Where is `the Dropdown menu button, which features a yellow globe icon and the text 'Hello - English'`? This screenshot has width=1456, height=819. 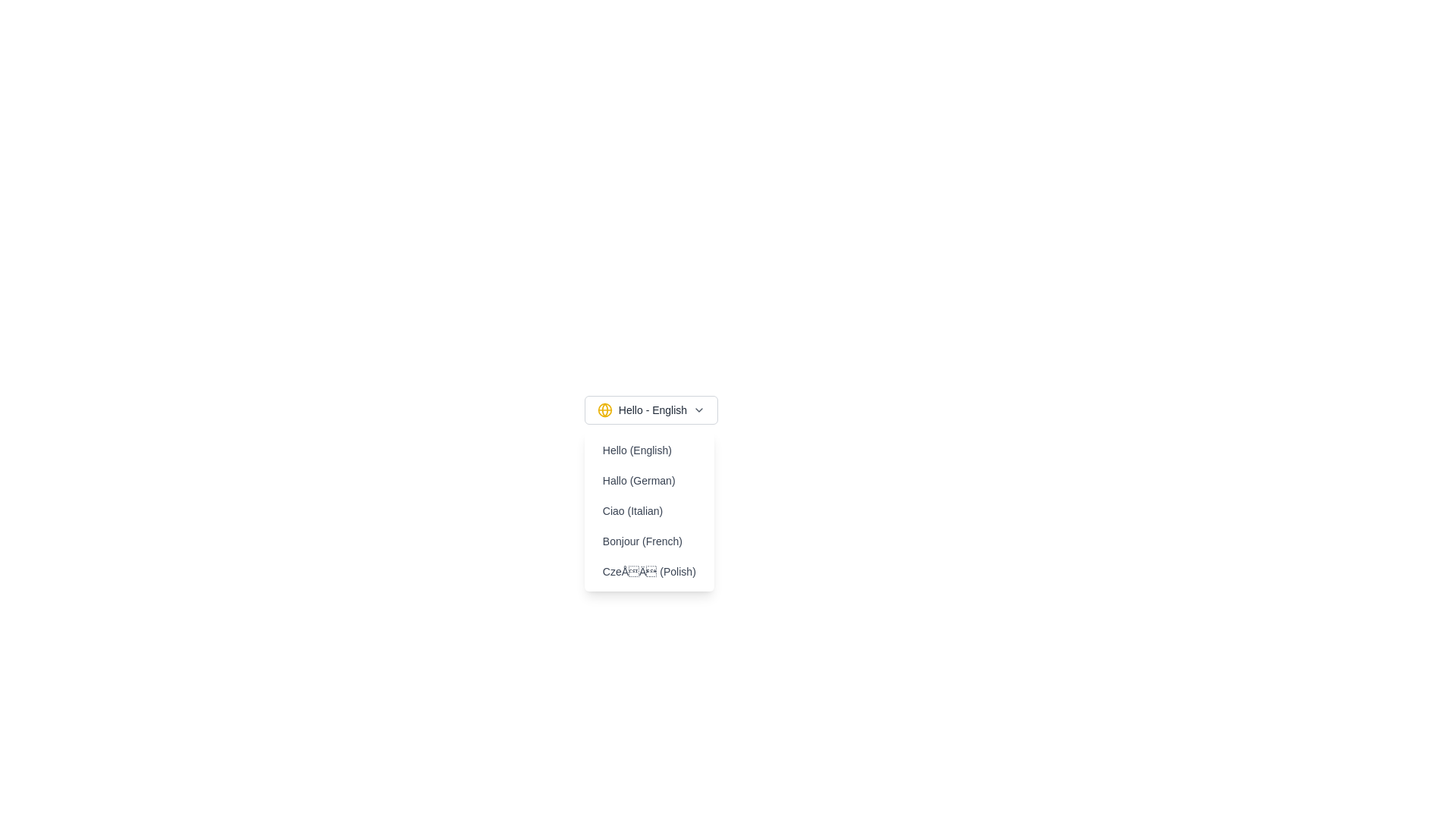 the Dropdown menu button, which features a yellow globe icon and the text 'Hello - English' is located at coordinates (651, 409).